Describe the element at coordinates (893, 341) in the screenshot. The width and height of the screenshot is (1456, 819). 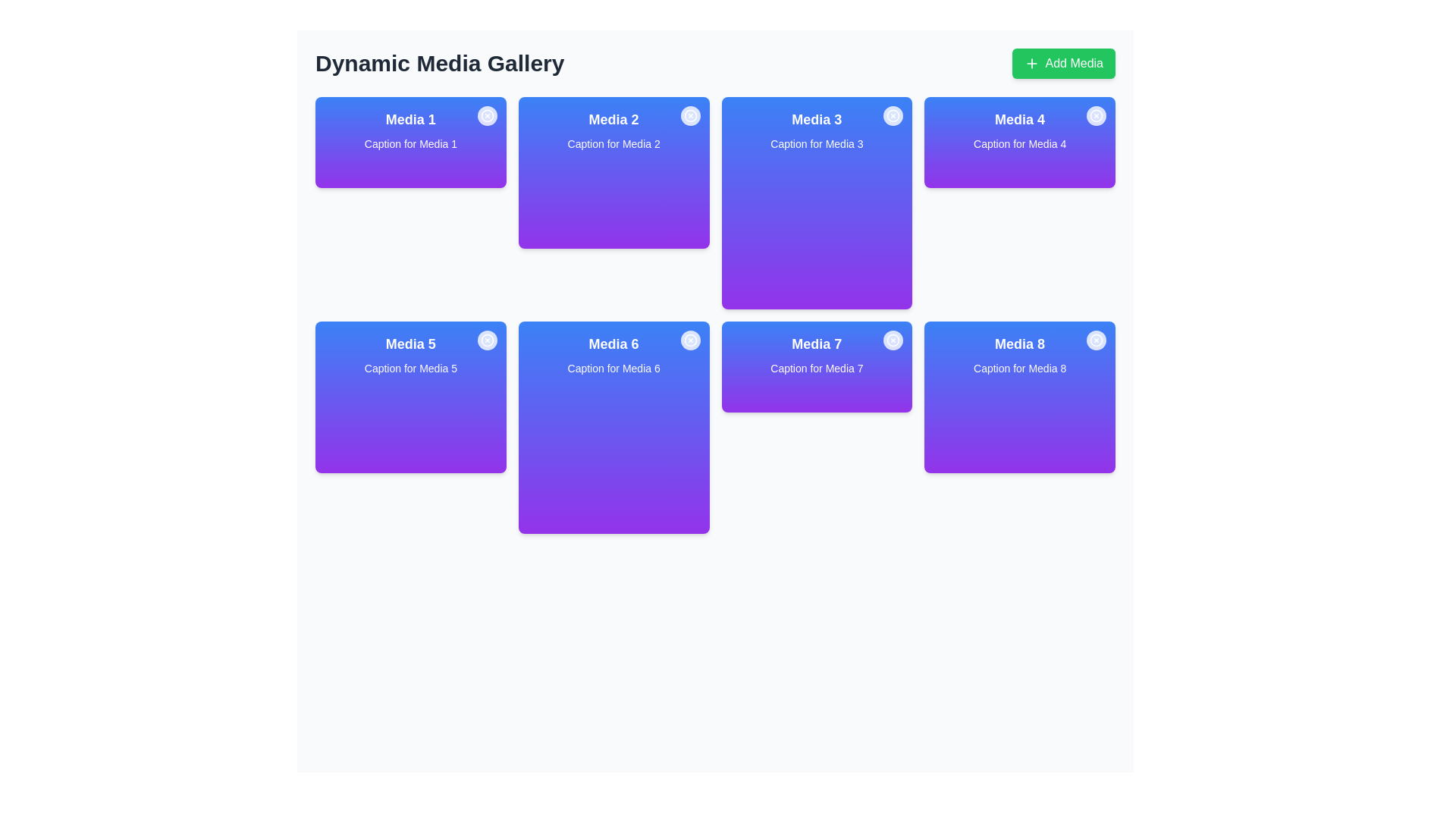
I see `the close button located at the top-right corner of the card labeled 'Media 7' for accessibility navigation` at that location.